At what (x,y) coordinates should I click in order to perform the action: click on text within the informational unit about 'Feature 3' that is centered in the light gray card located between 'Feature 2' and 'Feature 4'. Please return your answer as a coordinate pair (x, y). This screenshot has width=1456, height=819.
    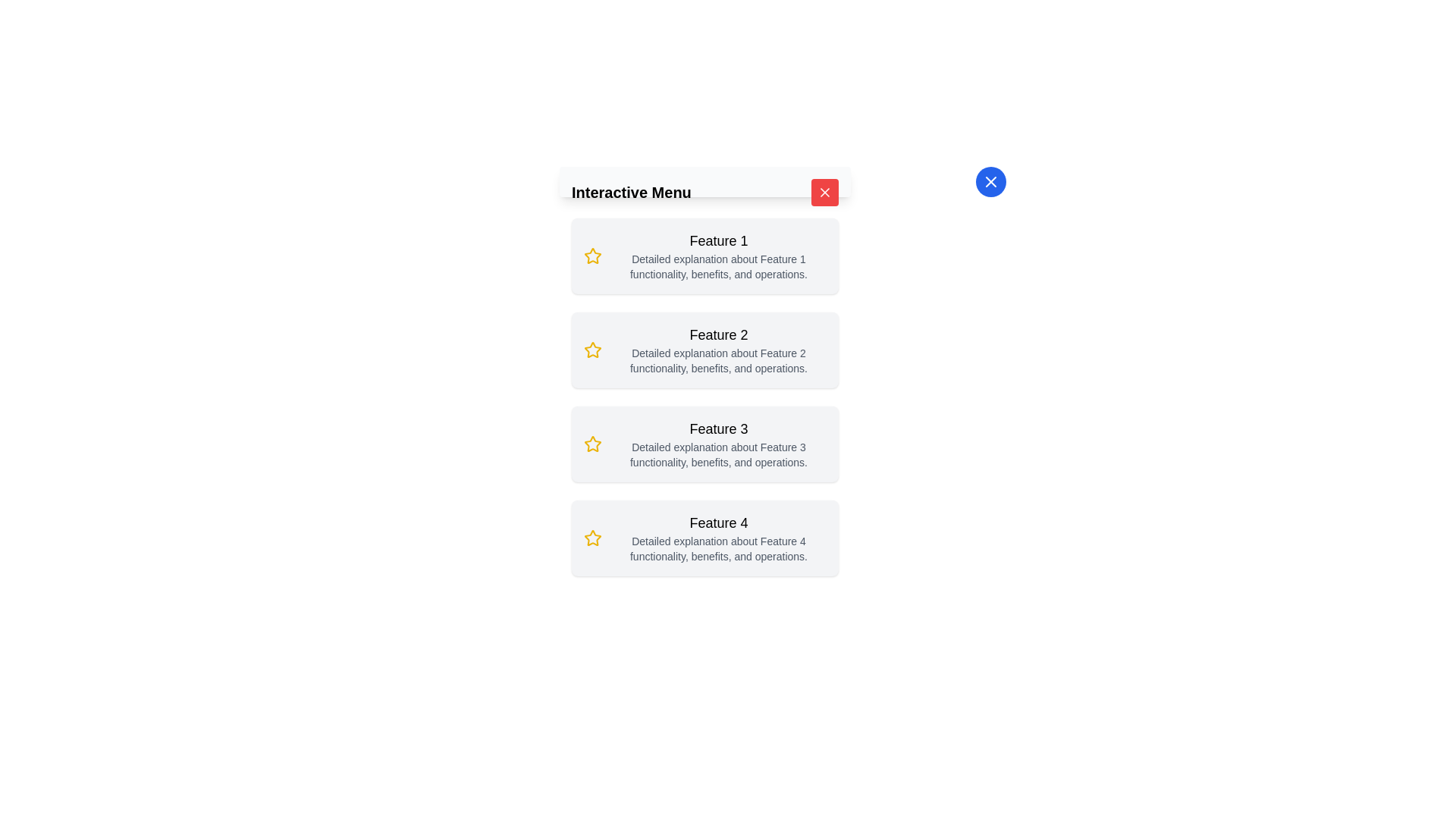
    Looking at the image, I should click on (718, 444).